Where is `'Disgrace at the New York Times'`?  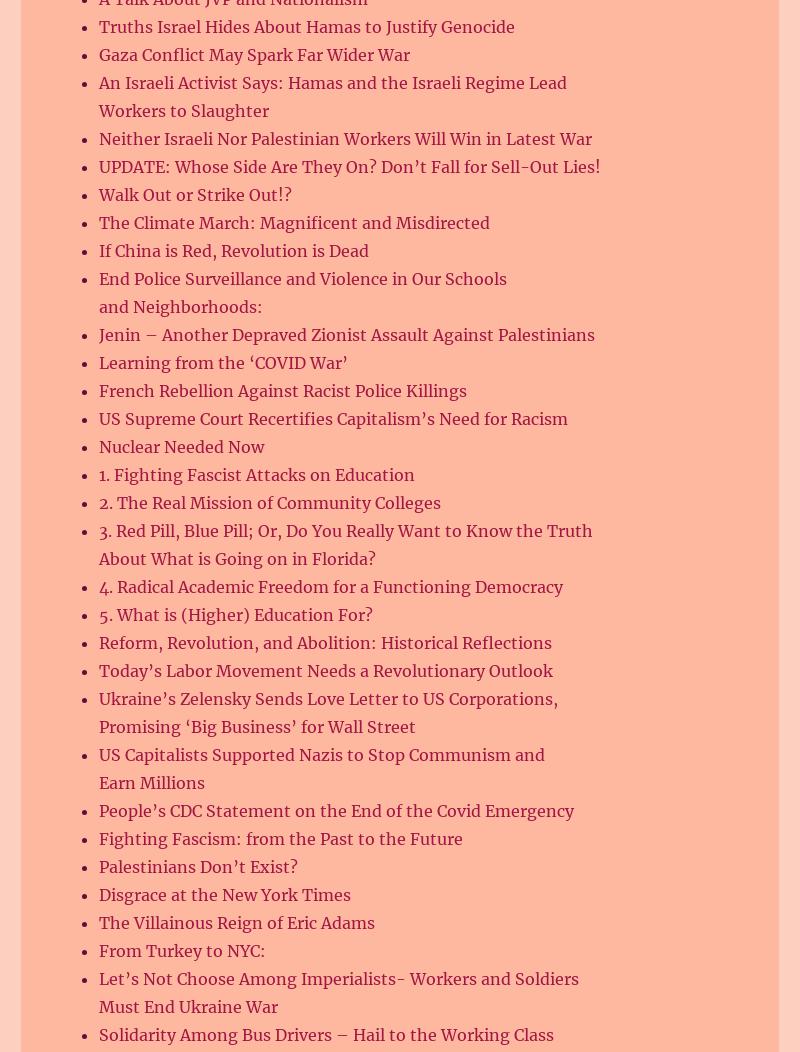
'Disgrace at the New York Times' is located at coordinates (224, 895).